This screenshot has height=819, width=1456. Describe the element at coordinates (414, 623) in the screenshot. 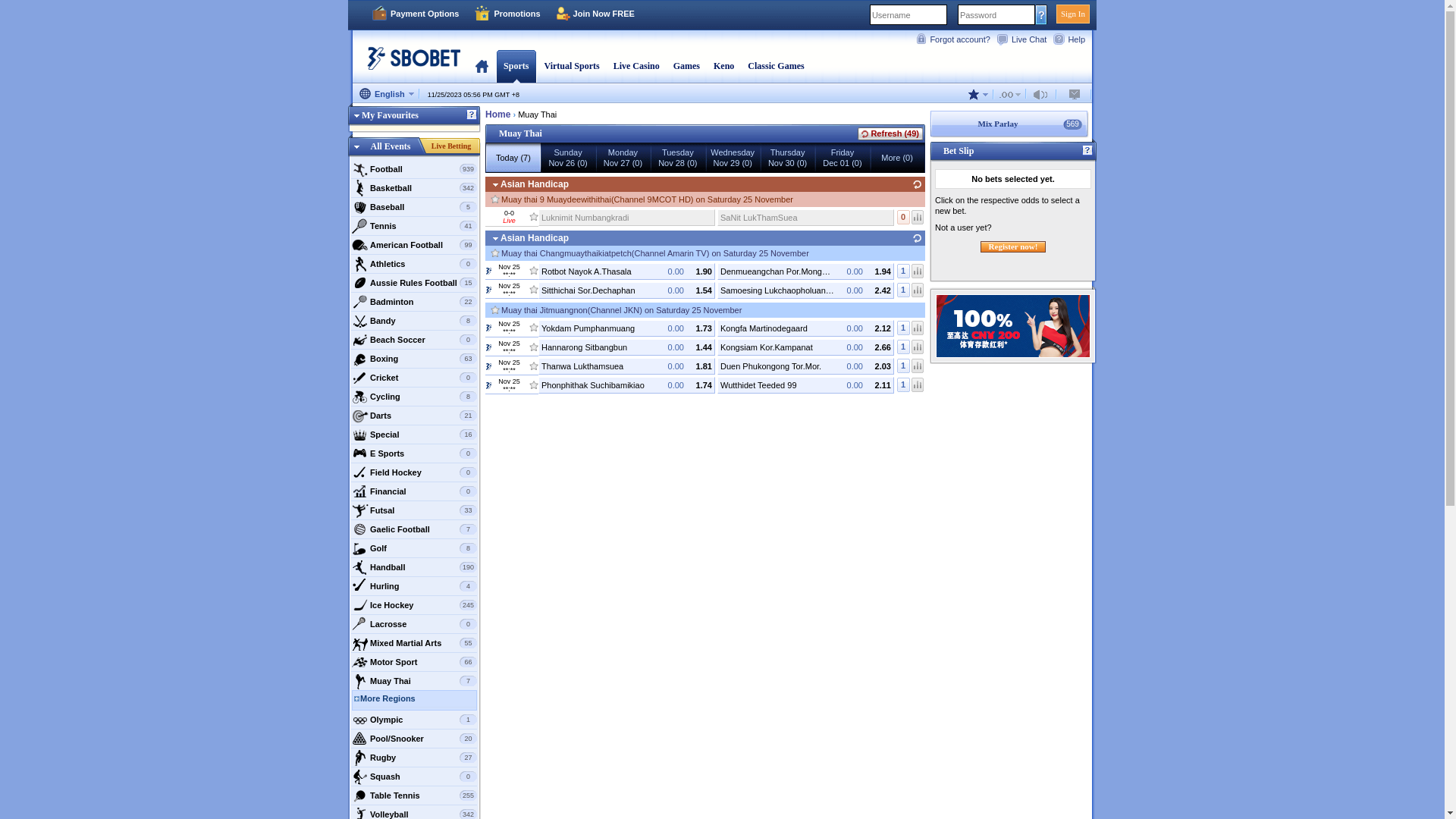

I see `'Lacrosse` at that location.